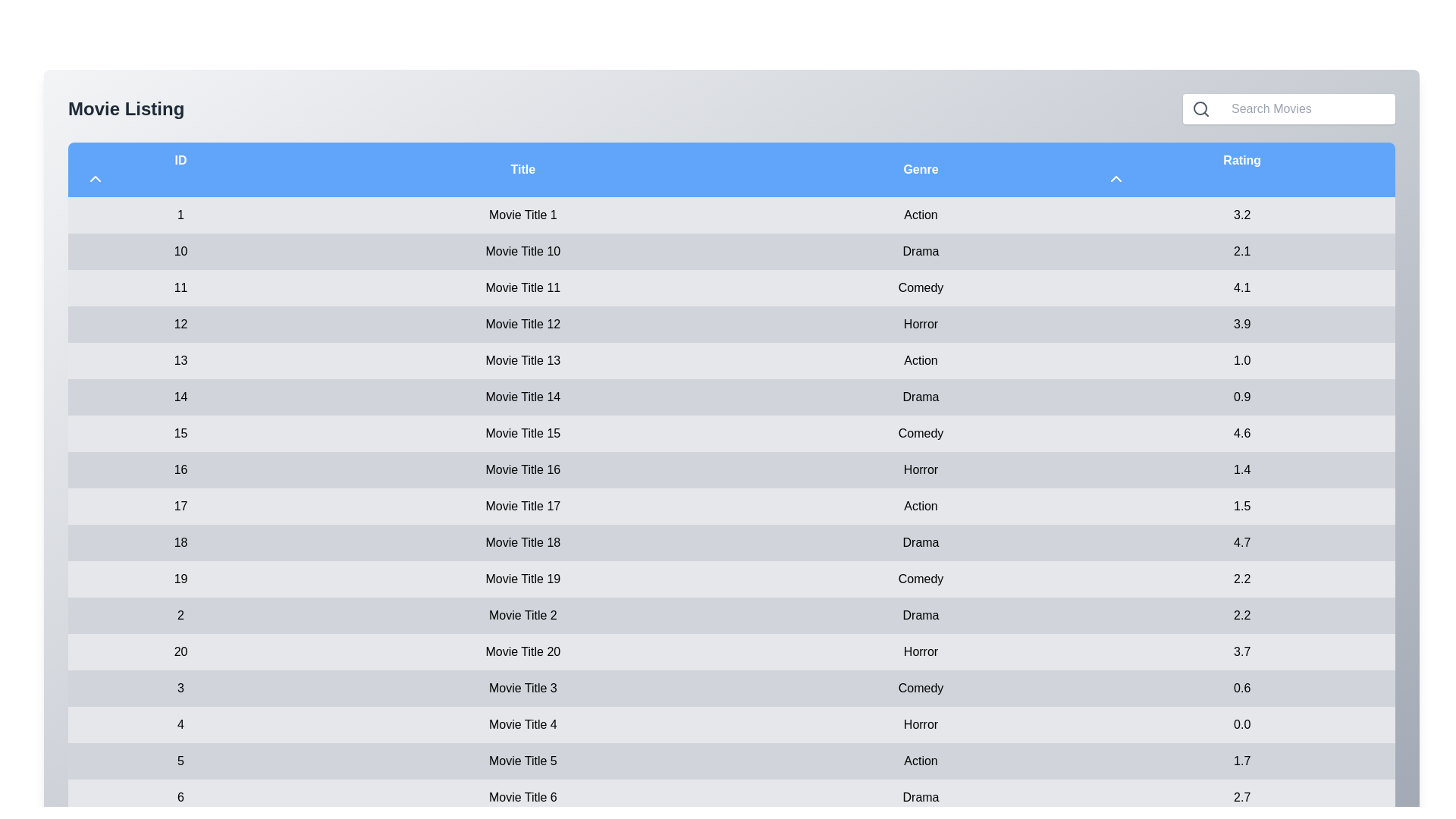  What do you see at coordinates (1241, 169) in the screenshot?
I see `the 'Rating' column header to toggle the sorting order` at bounding box center [1241, 169].